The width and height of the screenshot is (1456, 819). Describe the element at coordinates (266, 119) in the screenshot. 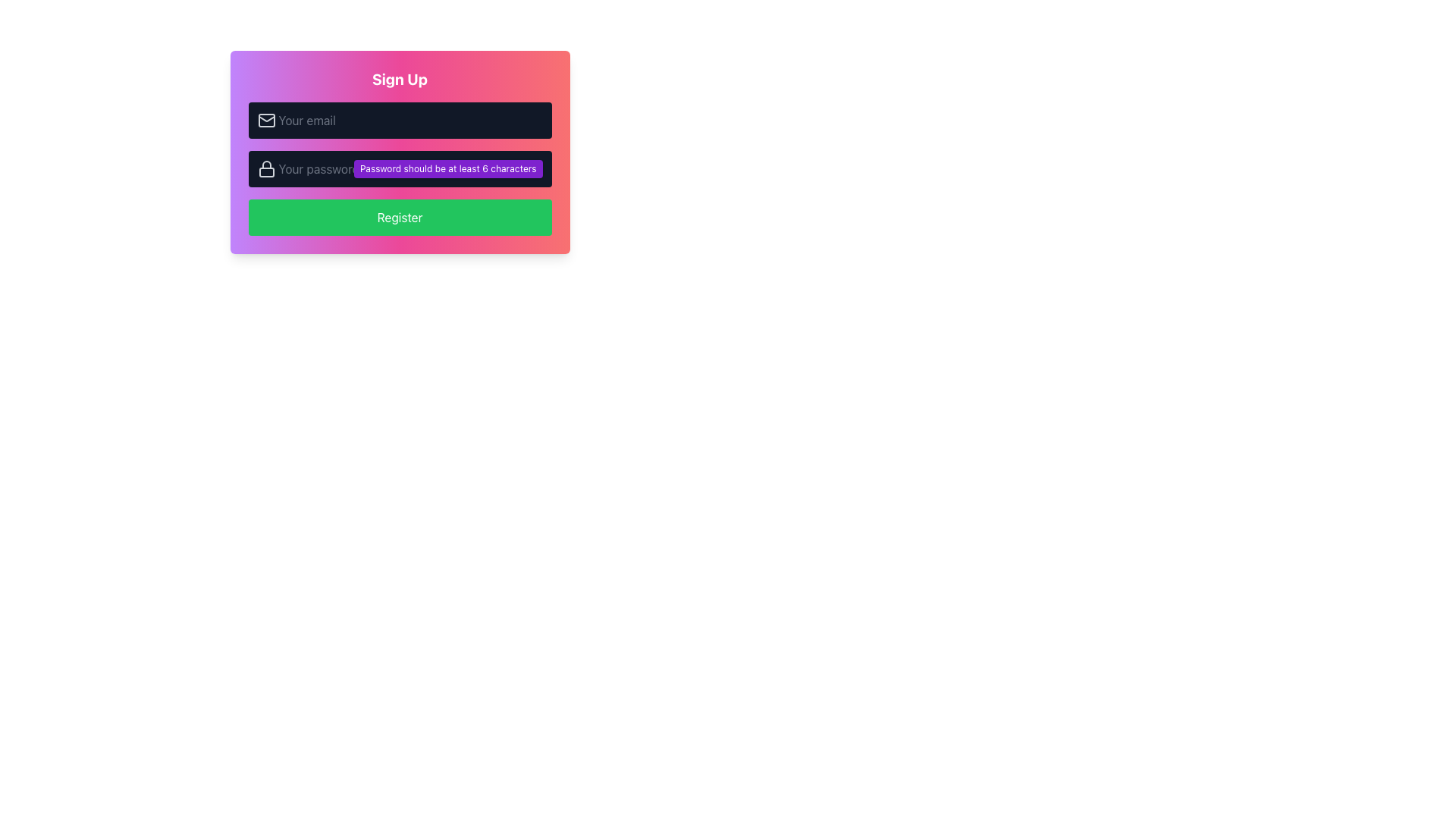

I see `the inner rectangle of the envelope icon located to the left of the 'Your email' input field` at that location.